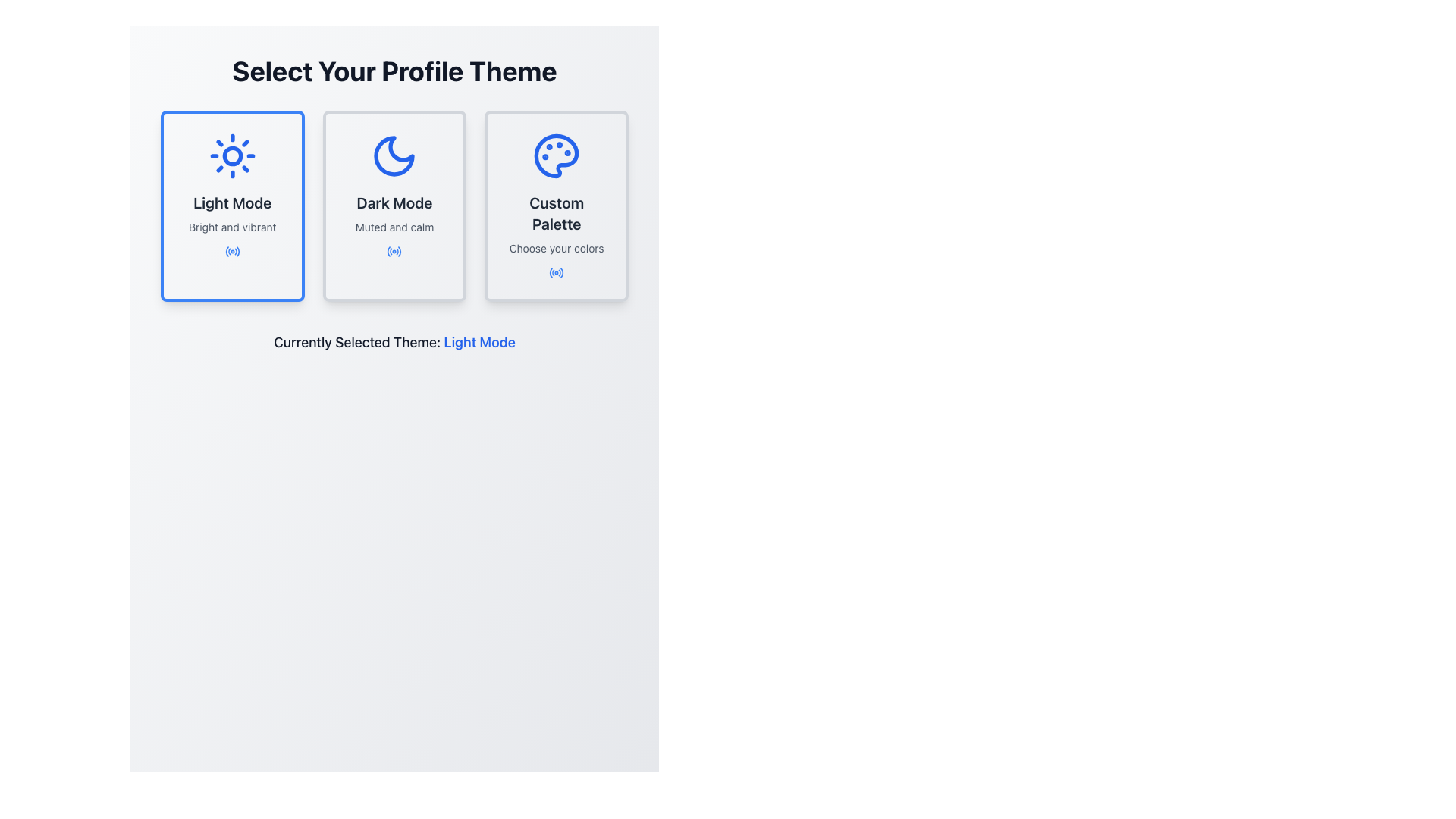 Image resolution: width=1456 pixels, height=819 pixels. I want to click on the crescent moon-shaped icon styled in blue, which is part of the 'Dark Mode' theme card, located centrally in the row of available themes, so click(394, 155).